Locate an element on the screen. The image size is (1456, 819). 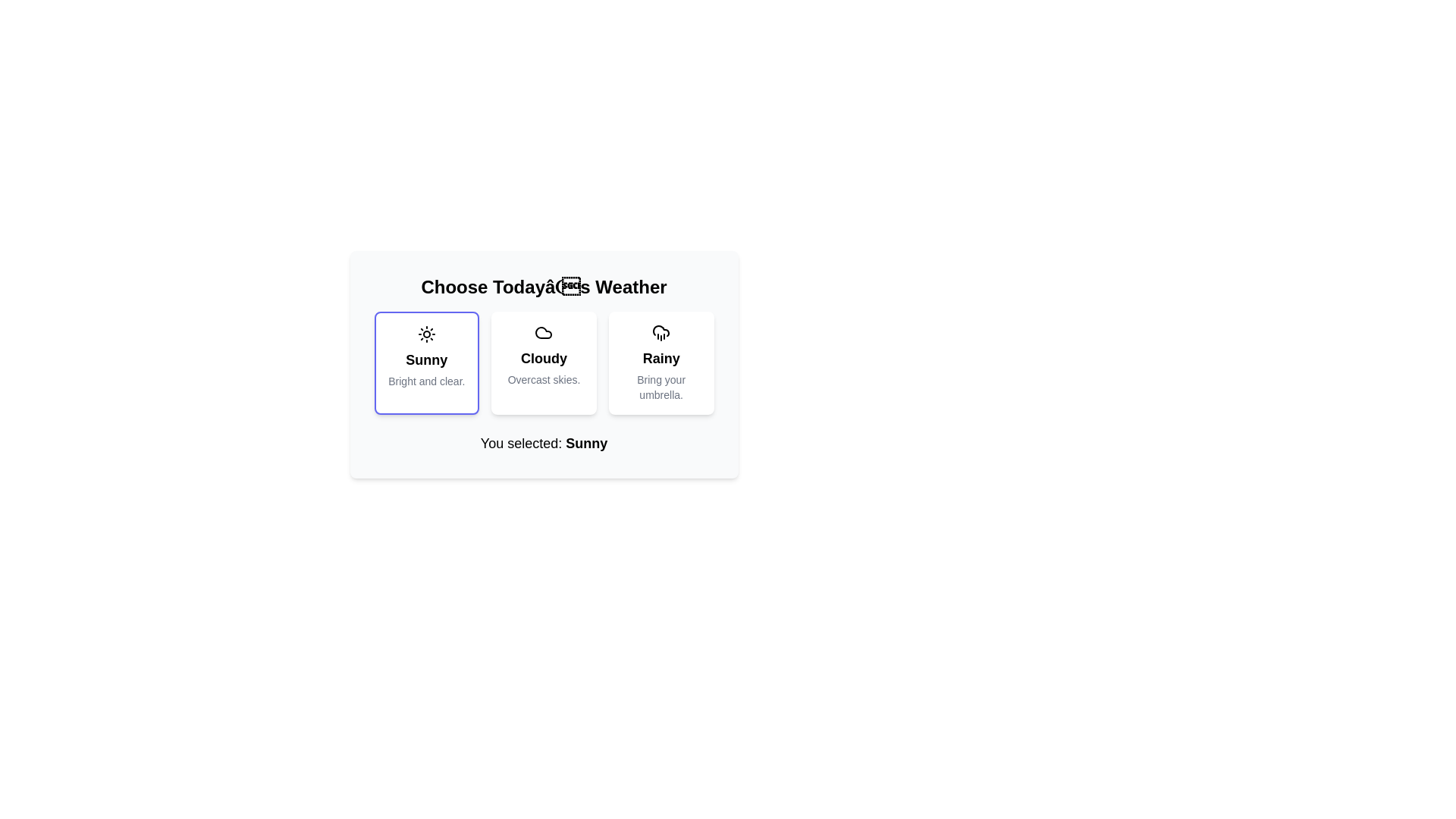
the 'Cloudy' interactive card in the weather selection menu is located at coordinates (544, 362).